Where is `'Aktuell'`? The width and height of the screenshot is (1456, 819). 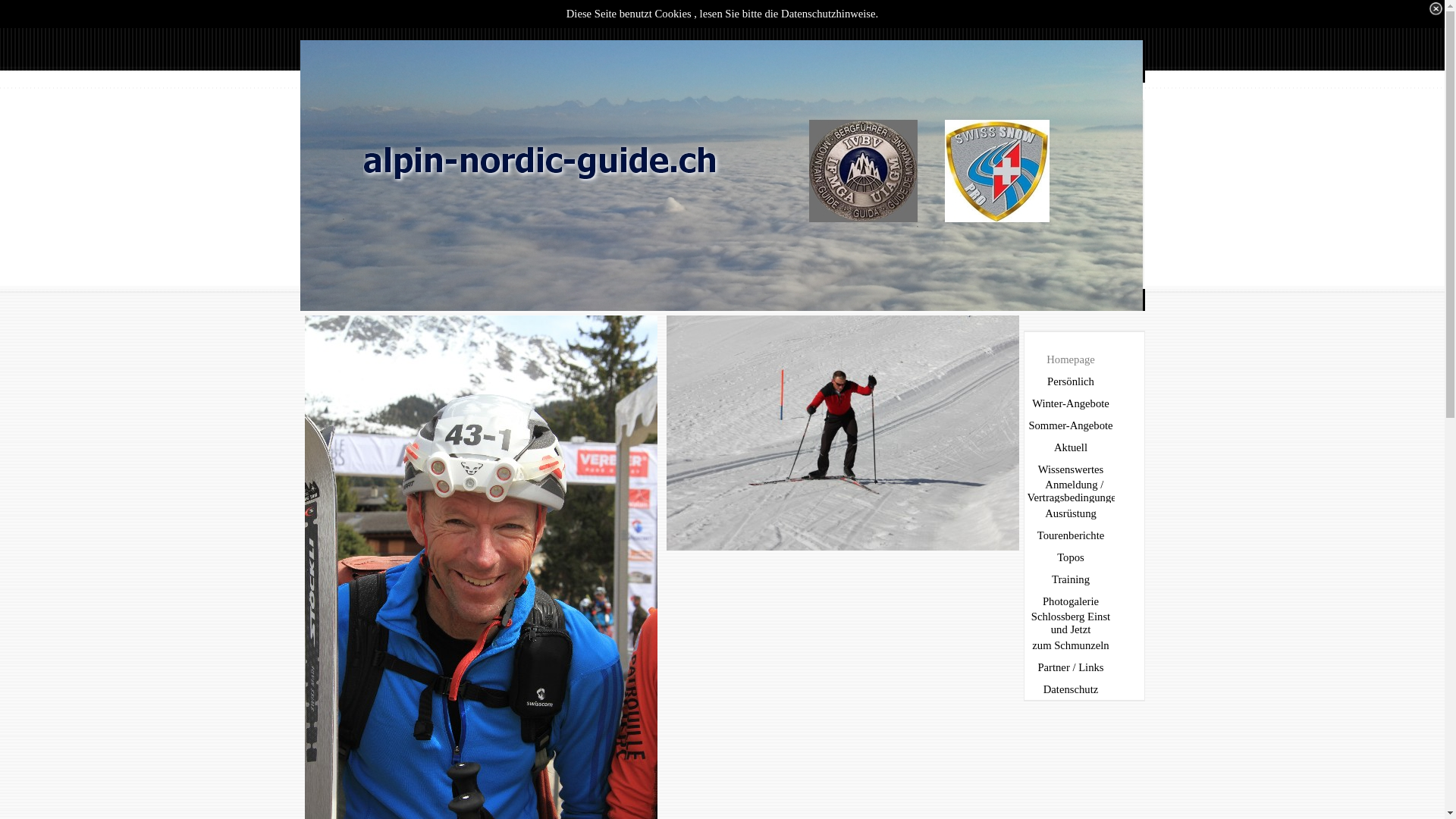
'Aktuell' is located at coordinates (1072, 447).